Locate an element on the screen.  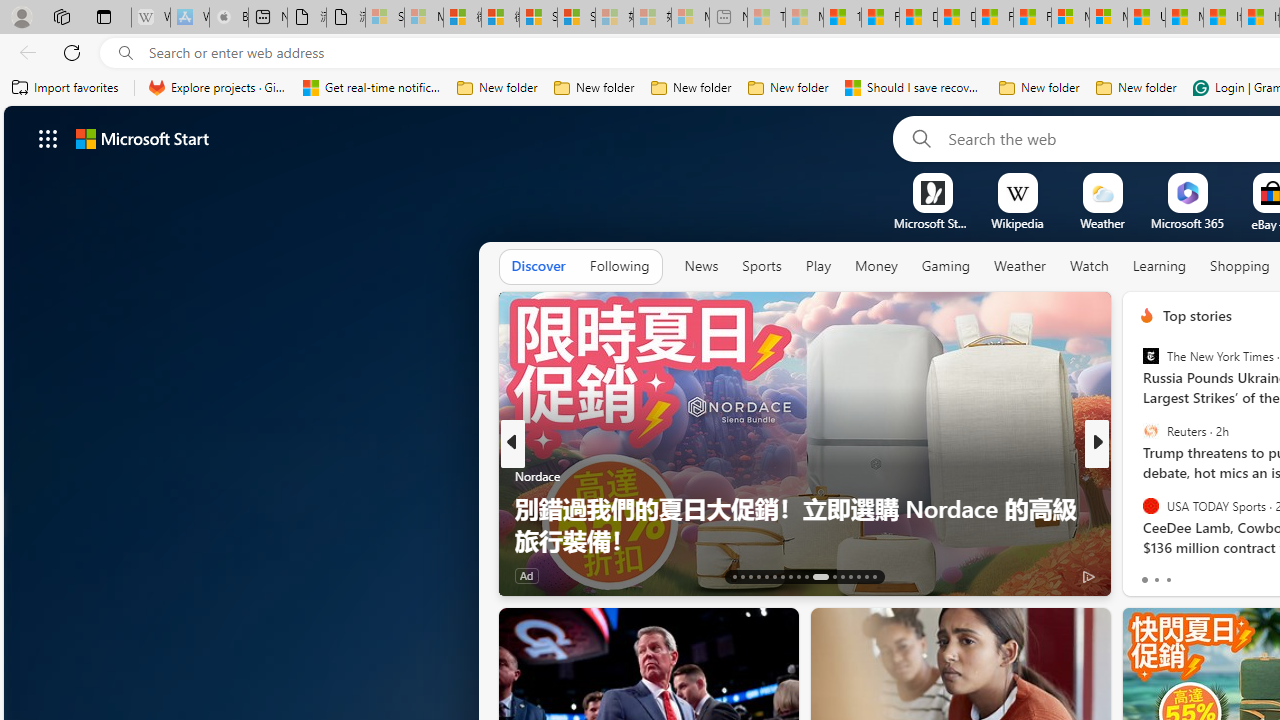
'Play' is located at coordinates (818, 266).